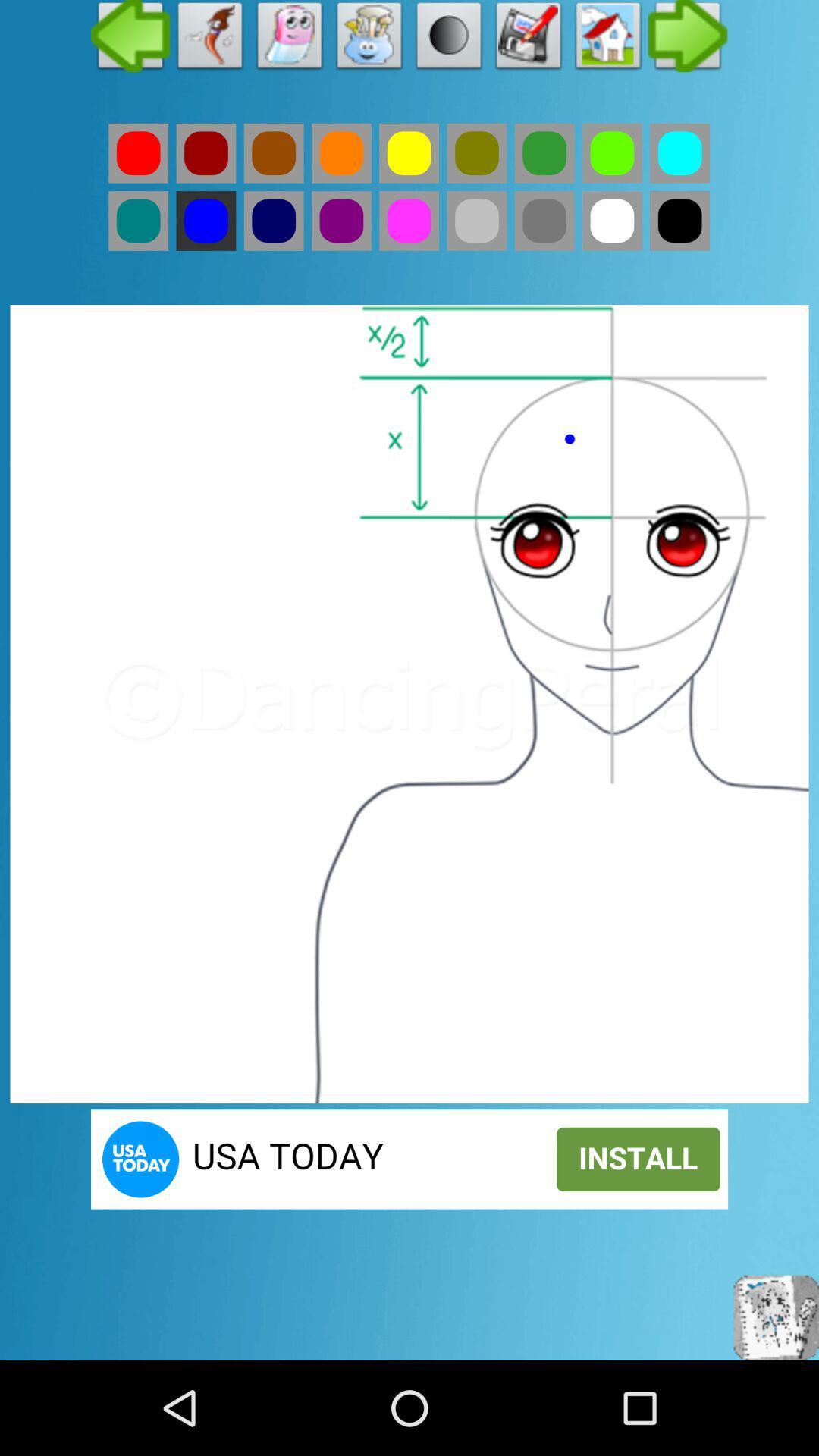 The width and height of the screenshot is (819, 1456). Describe the element at coordinates (611, 220) in the screenshot. I see `to color option` at that location.